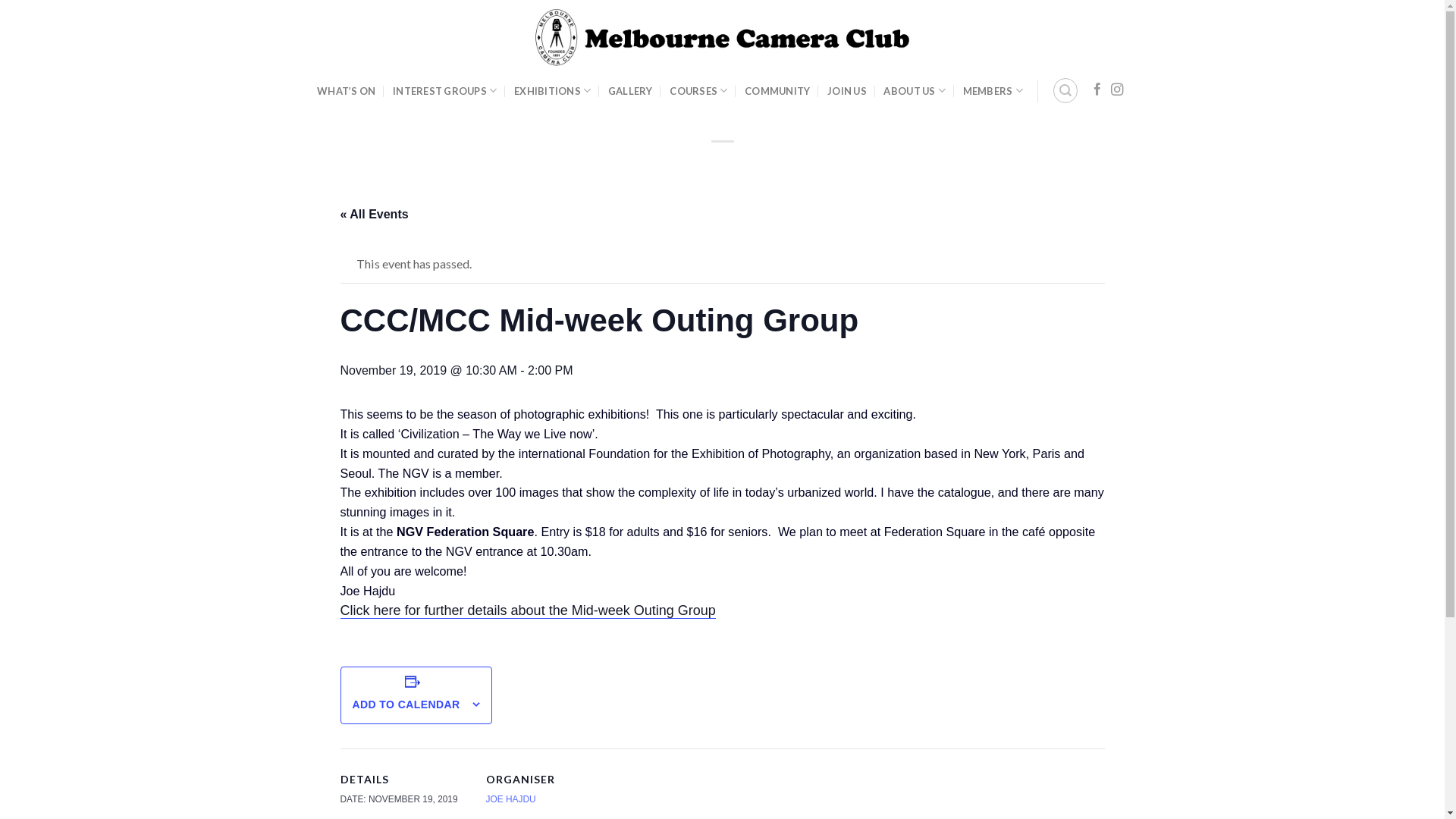 This screenshot has height=819, width=1456. I want to click on 'MEMBERS', so click(993, 90).